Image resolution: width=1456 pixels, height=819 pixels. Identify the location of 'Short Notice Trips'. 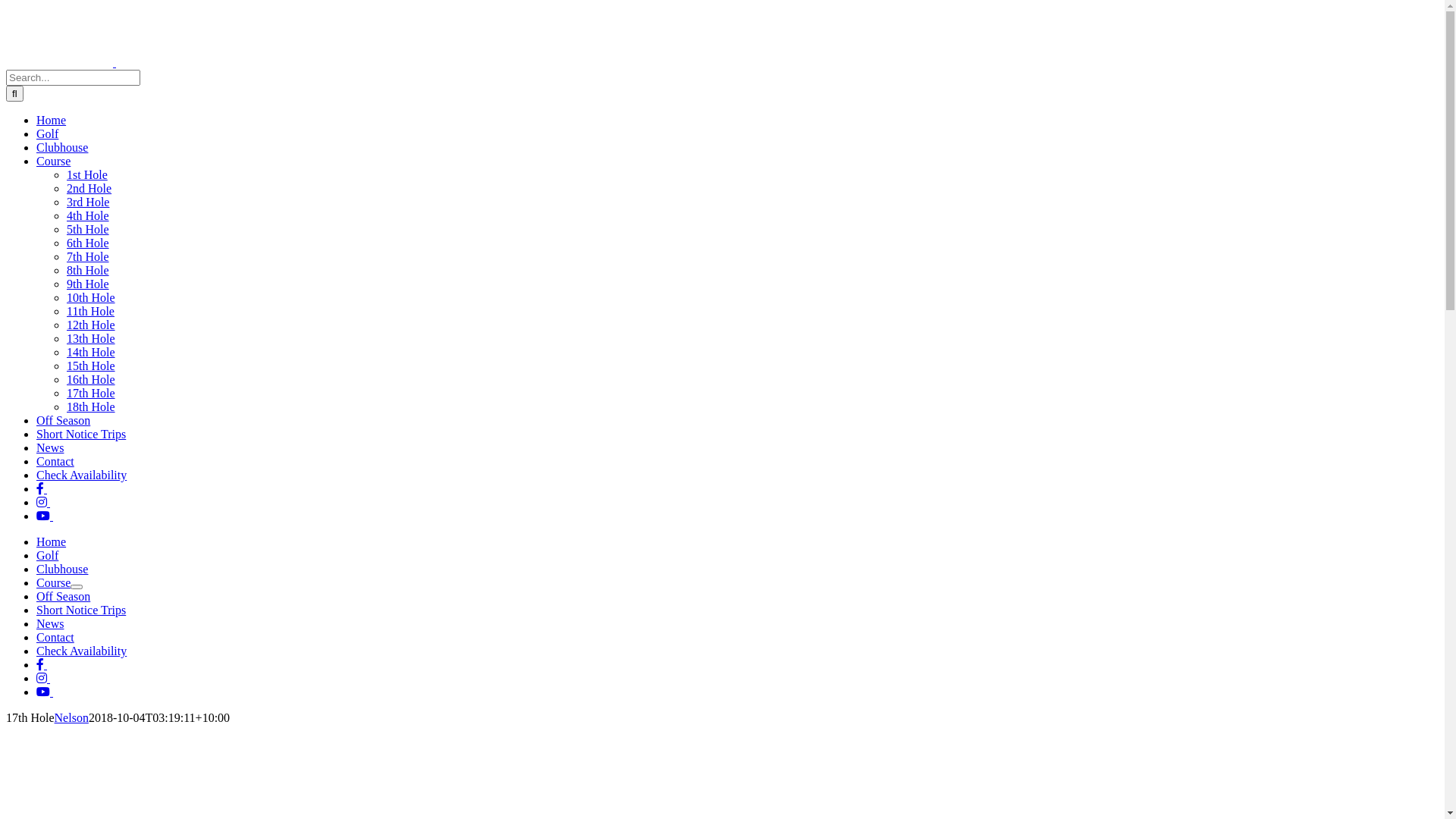
(80, 609).